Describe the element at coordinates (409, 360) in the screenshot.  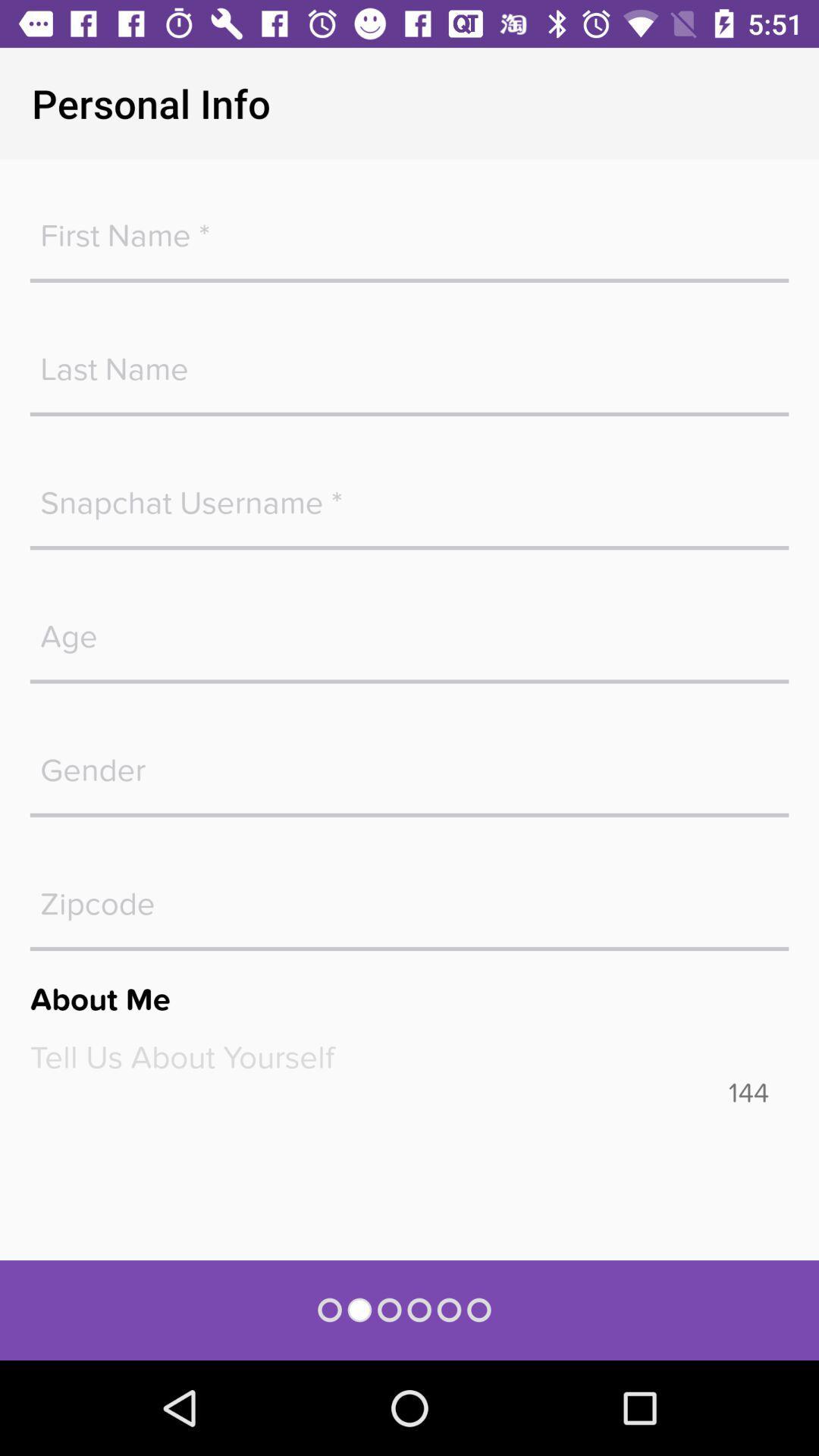
I see `last name fillup button` at that location.